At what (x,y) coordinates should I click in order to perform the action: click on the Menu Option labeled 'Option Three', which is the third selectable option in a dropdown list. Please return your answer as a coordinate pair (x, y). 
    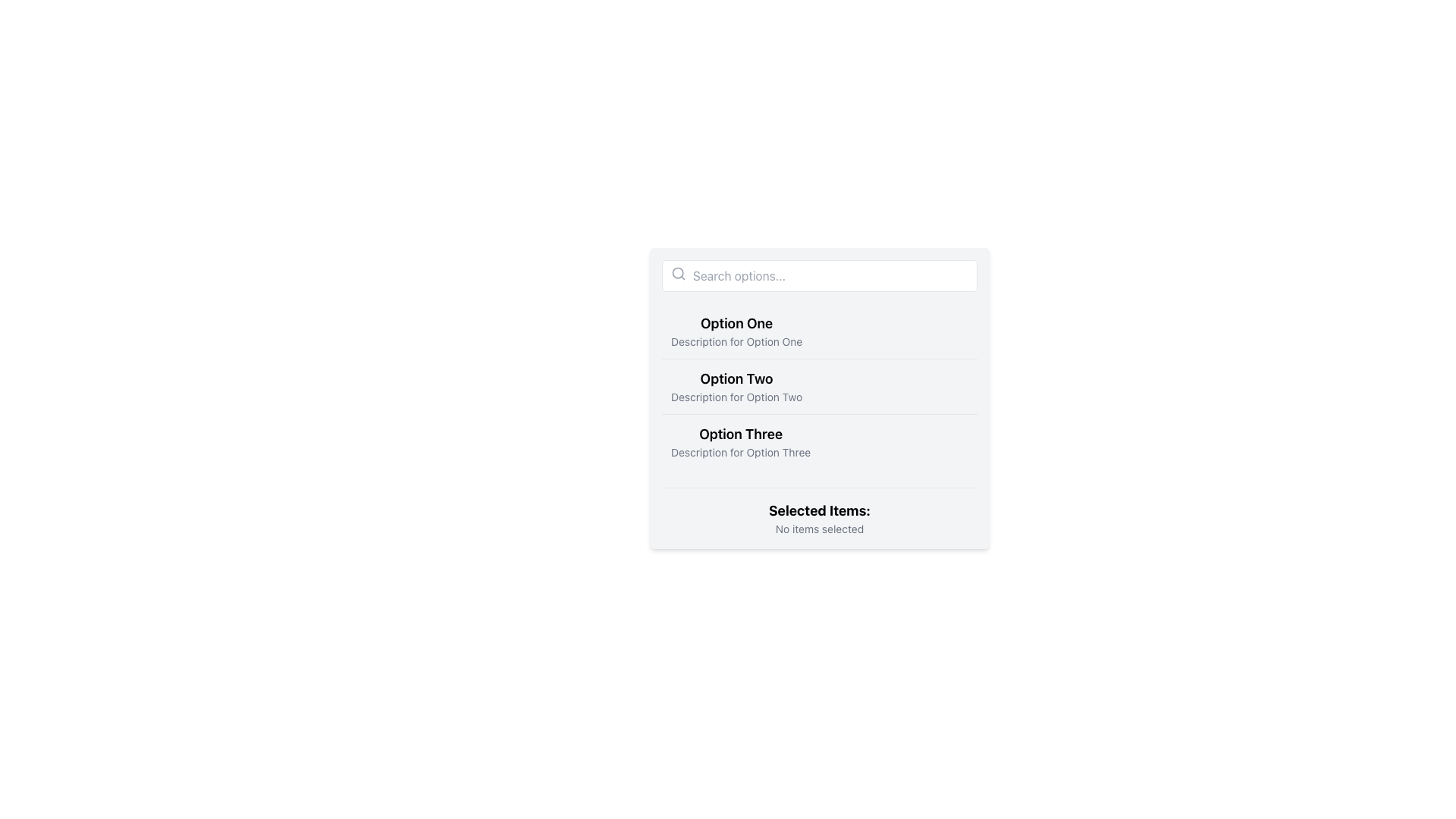
    Looking at the image, I should click on (741, 441).